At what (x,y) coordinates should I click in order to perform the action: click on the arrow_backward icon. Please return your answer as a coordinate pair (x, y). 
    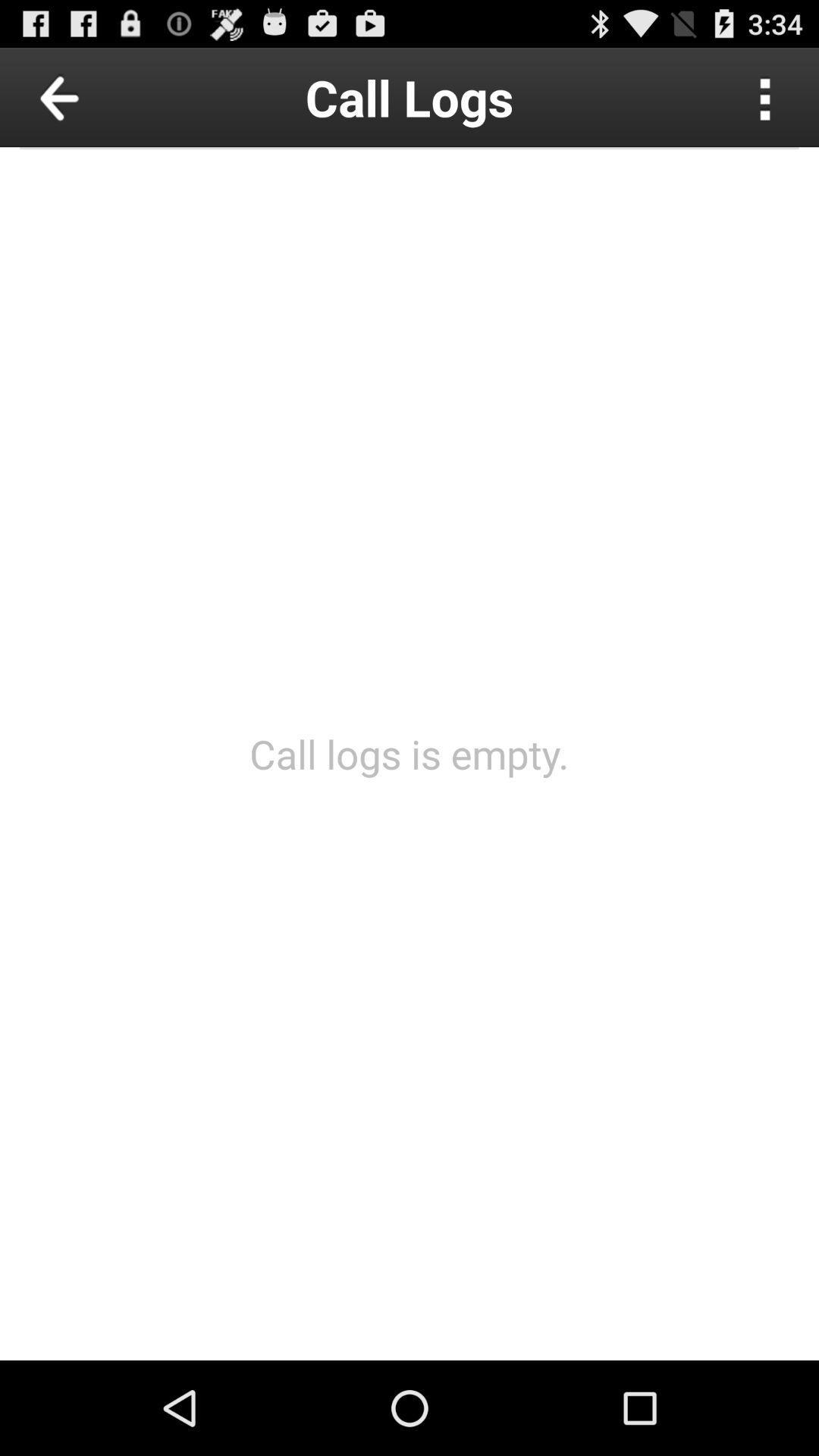
    Looking at the image, I should click on (94, 103).